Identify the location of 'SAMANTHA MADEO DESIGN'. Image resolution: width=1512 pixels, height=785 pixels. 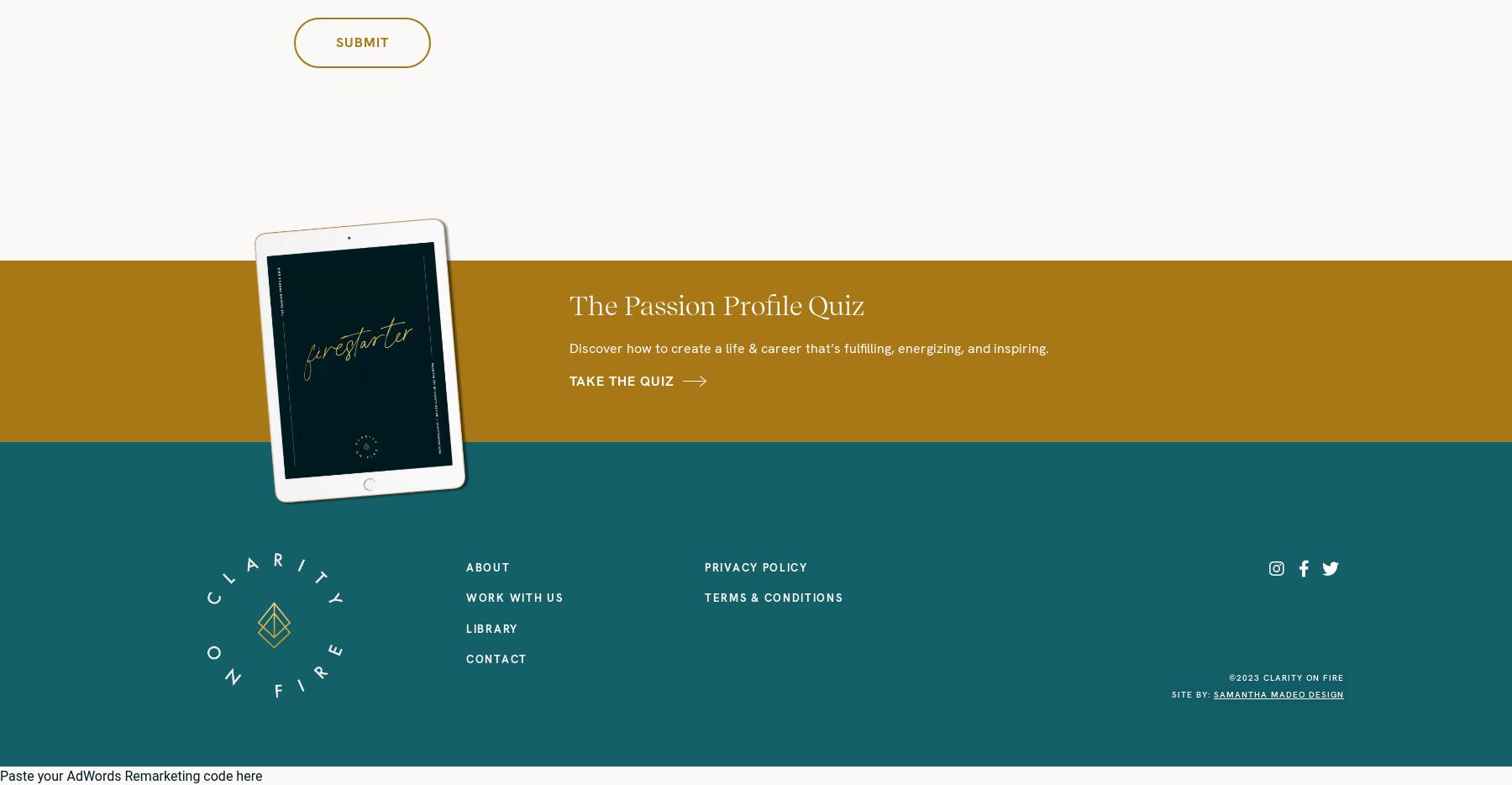
(1278, 694).